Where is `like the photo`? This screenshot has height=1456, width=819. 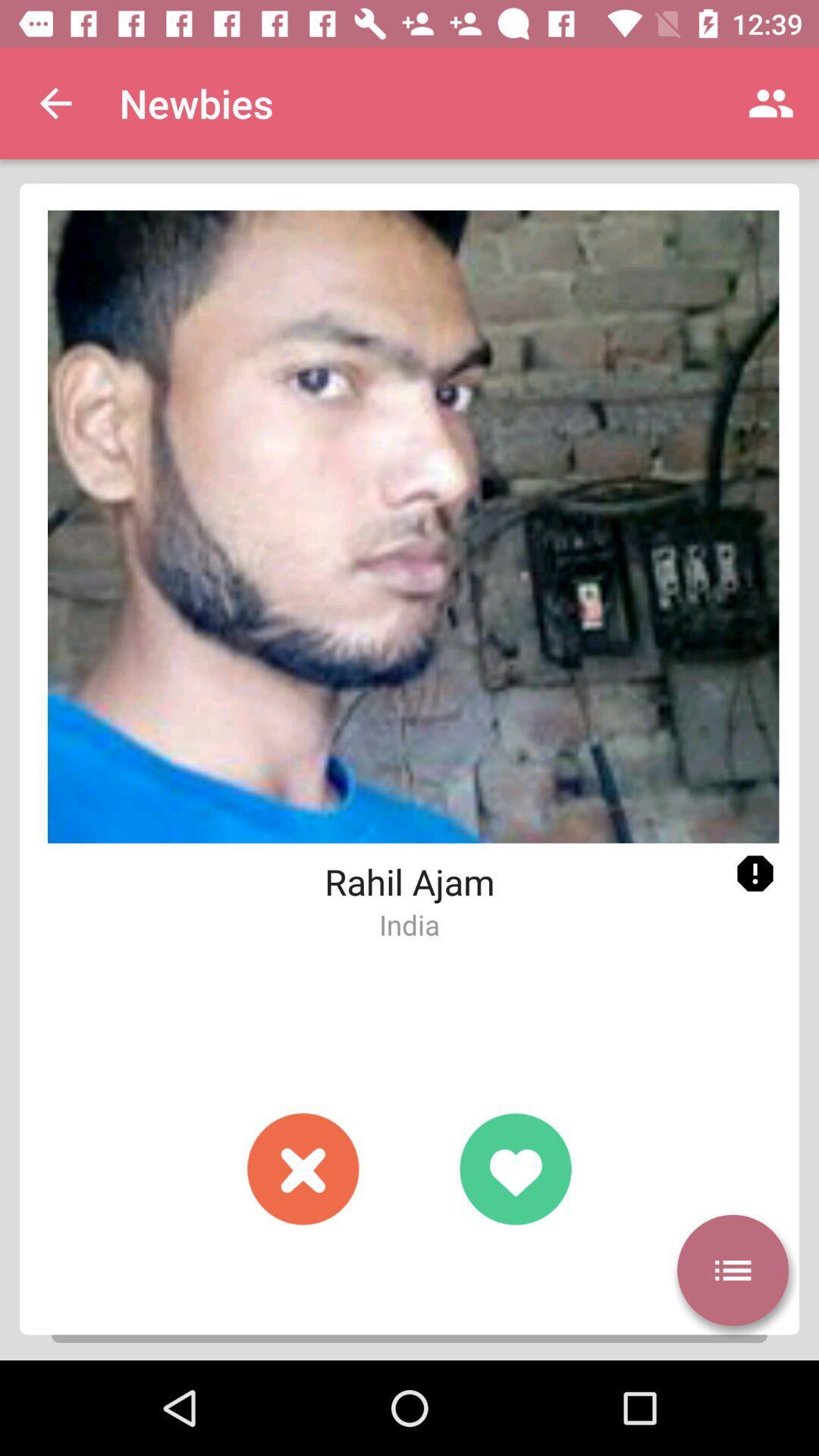
like the photo is located at coordinates (514, 1168).